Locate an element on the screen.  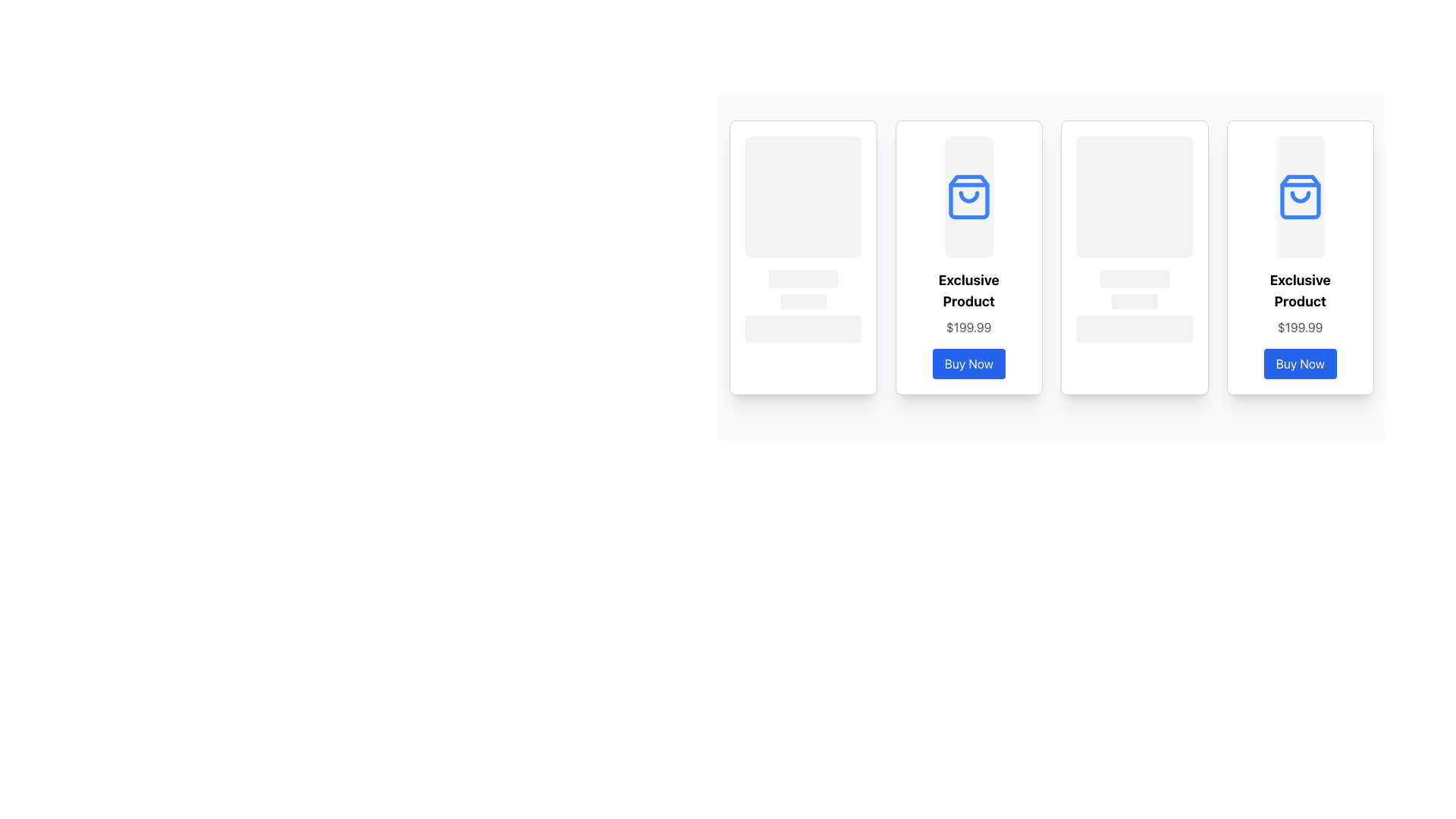
the blue shopping bag icon with rounded edges located in the rightmost card of the second row, positioned near the top center of the card is located at coordinates (1299, 196).